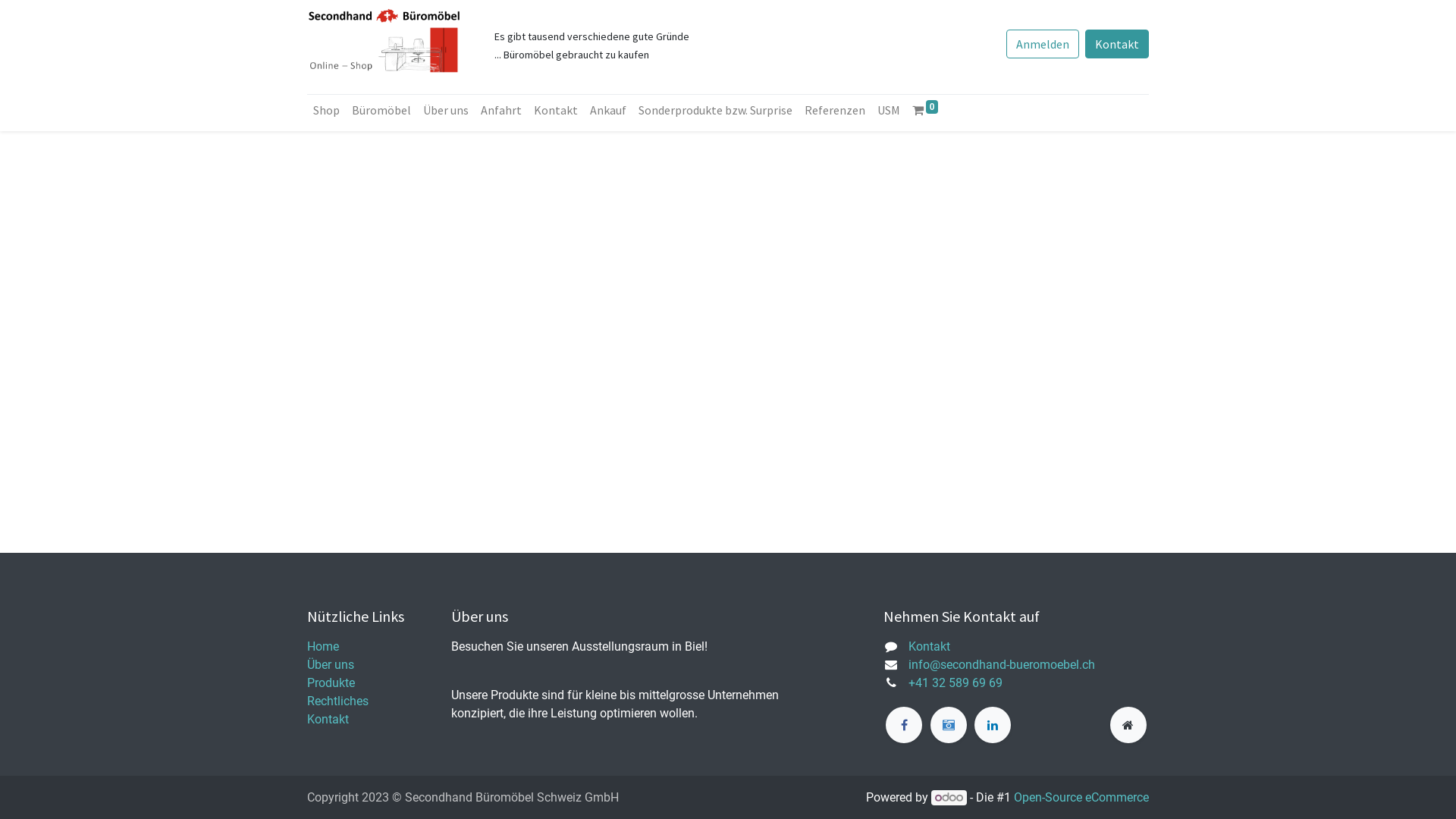 The width and height of the screenshot is (1456, 819). I want to click on 'Produkte', so click(330, 682).